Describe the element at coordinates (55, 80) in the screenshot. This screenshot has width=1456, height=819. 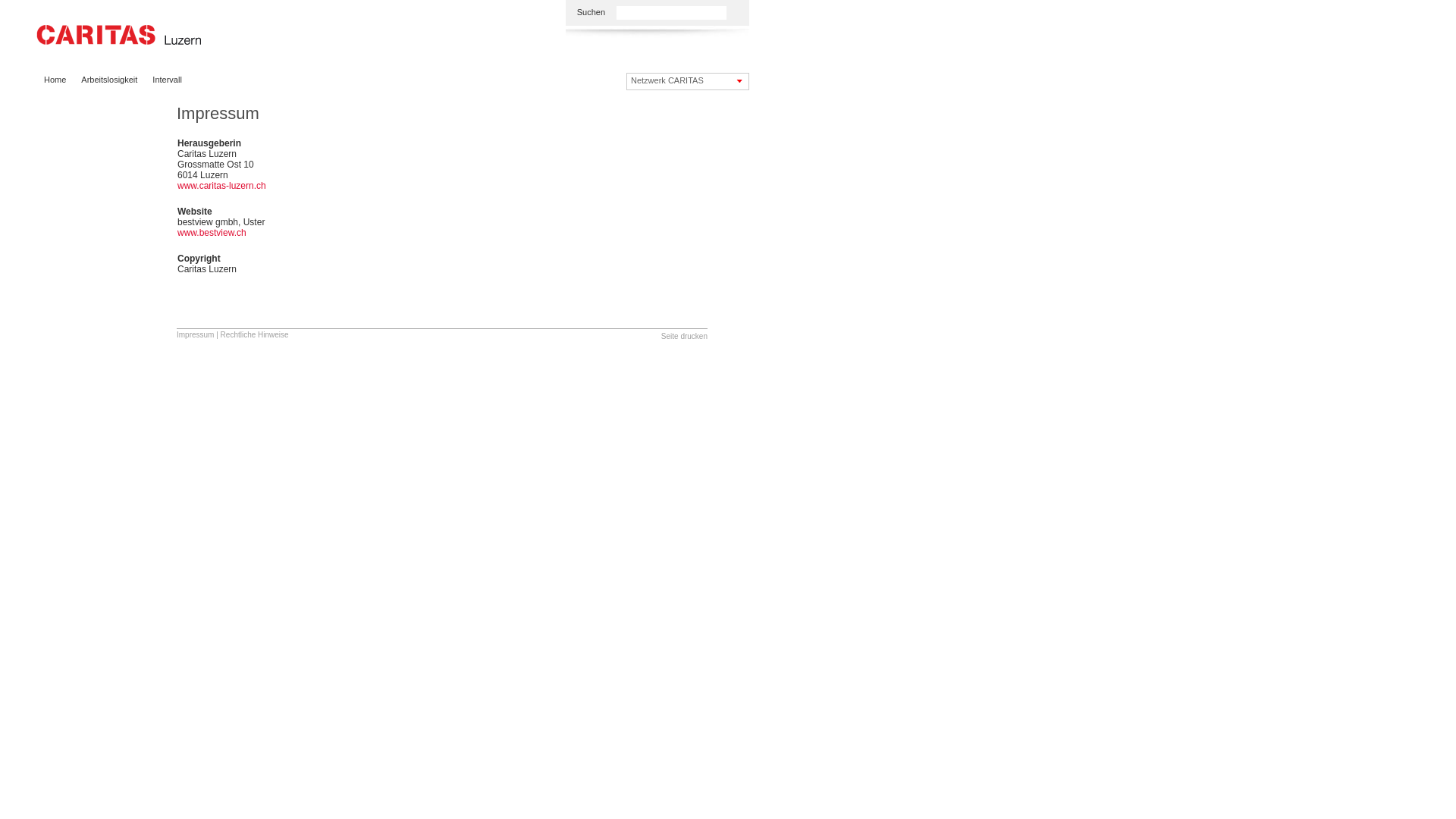
I see `'Home'` at that location.